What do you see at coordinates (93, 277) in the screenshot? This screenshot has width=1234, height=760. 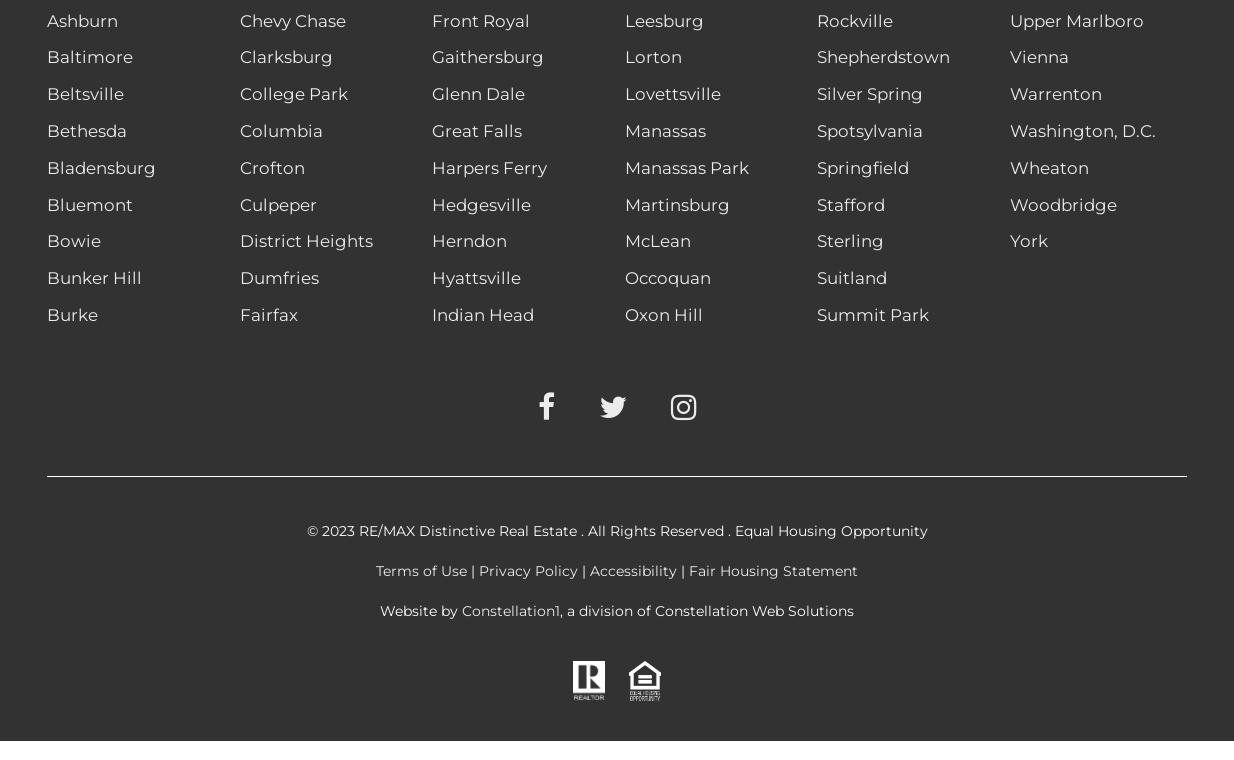 I see `'Bunker Hill'` at bounding box center [93, 277].